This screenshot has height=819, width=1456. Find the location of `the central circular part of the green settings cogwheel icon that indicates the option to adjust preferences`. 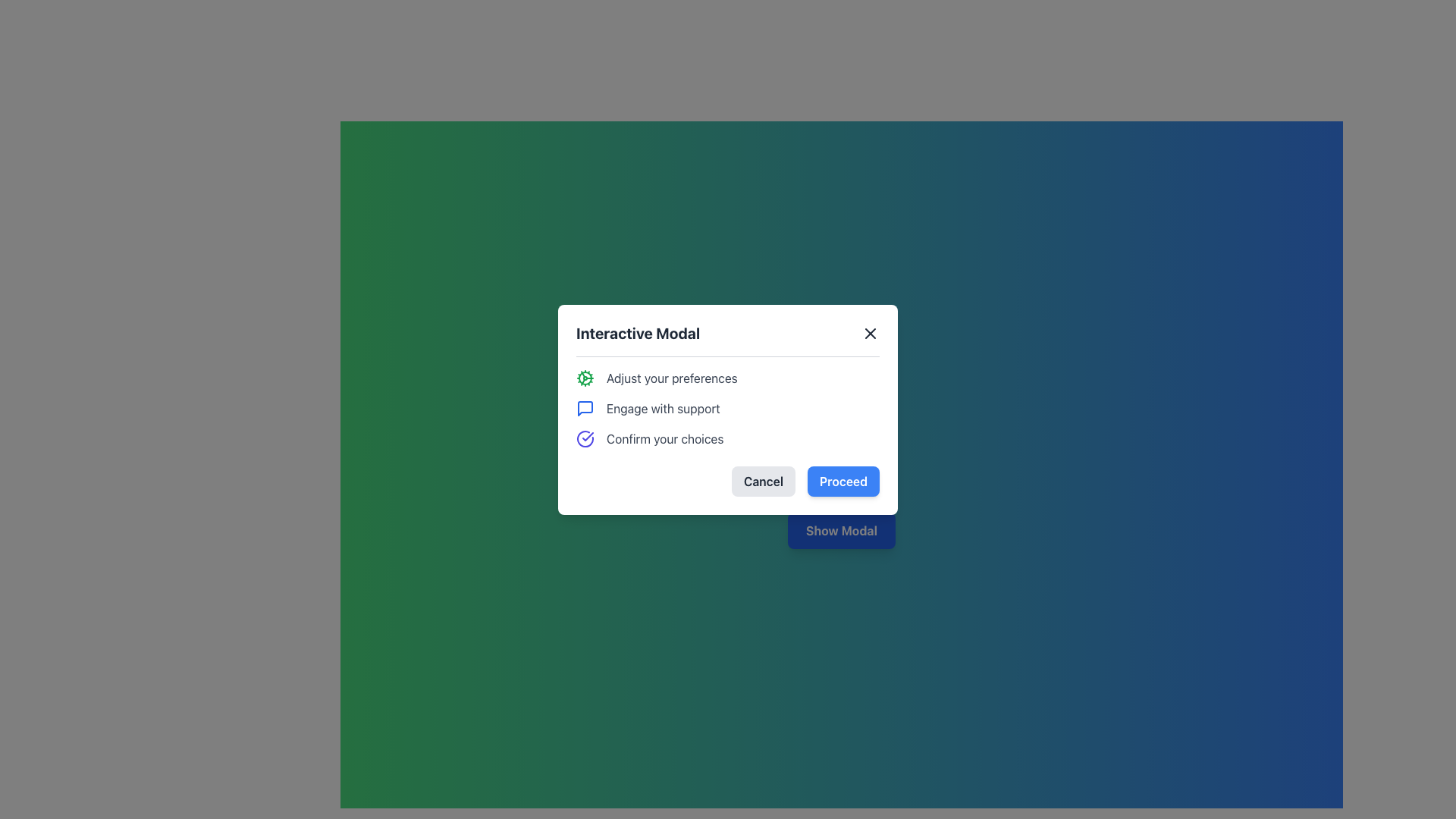

the central circular part of the green settings cogwheel icon that indicates the option to adjust preferences is located at coordinates (585, 377).